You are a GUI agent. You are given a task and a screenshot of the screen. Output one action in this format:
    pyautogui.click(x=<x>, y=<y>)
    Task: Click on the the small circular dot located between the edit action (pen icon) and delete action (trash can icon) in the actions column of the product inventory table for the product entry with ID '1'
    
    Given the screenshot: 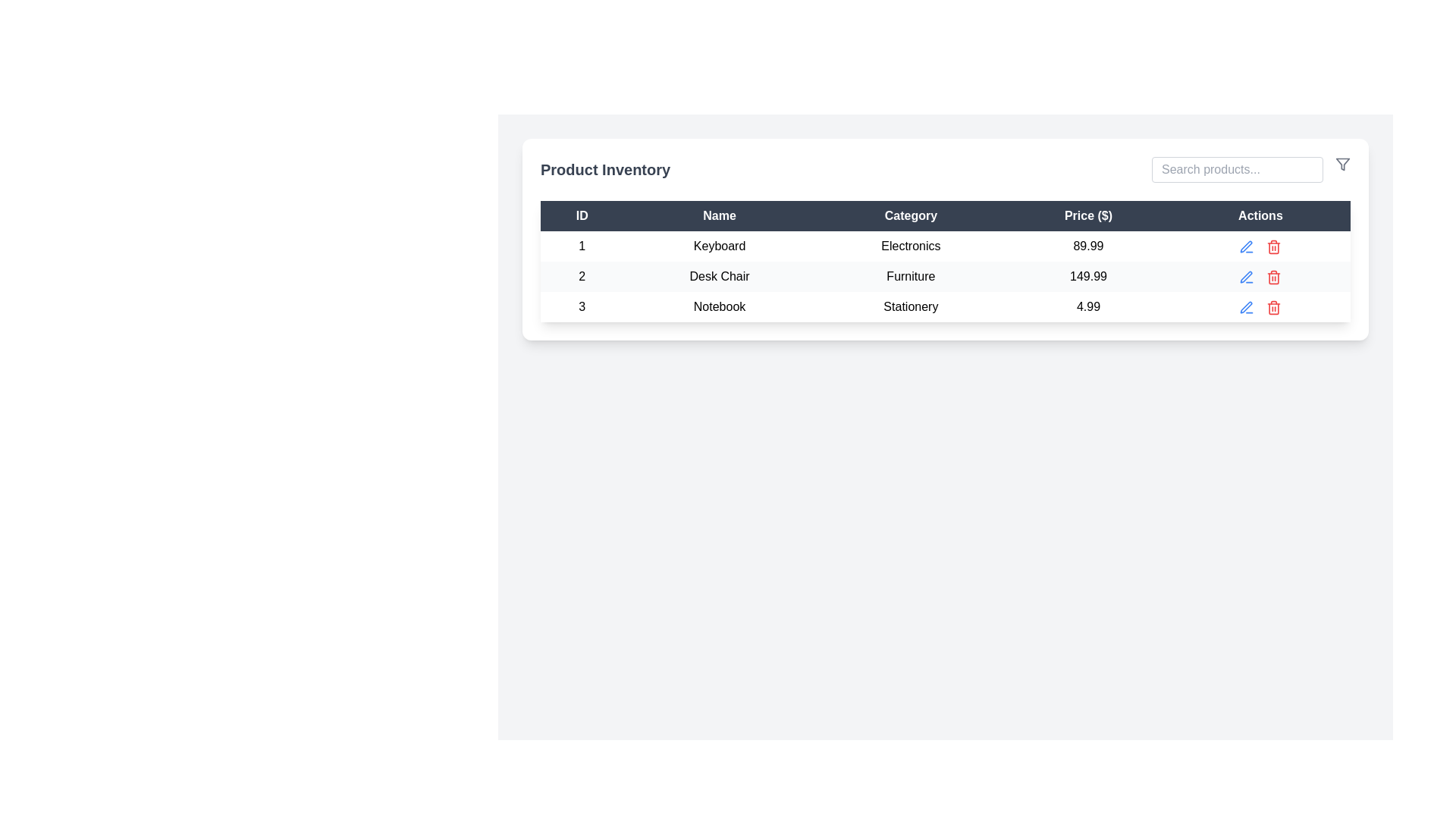 What is the action you would take?
    pyautogui.click(x=1260, y=245)
    